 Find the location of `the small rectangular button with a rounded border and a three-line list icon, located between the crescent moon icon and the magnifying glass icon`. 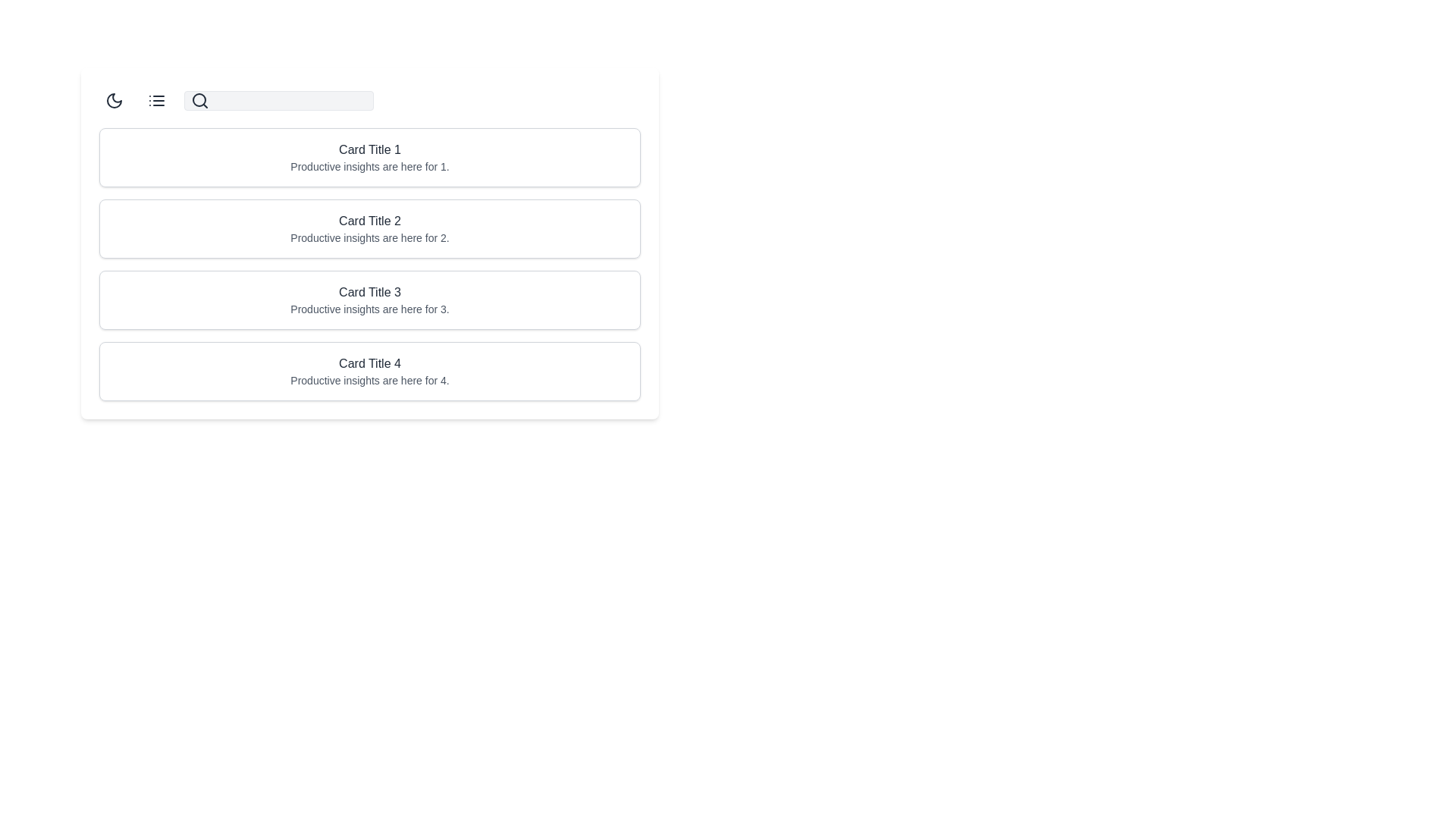

the small rectangular button with a rounded border and a three-line list icon, located between the crescent moon icon and the magnifying glass icon is located at coordinates (156, 100).